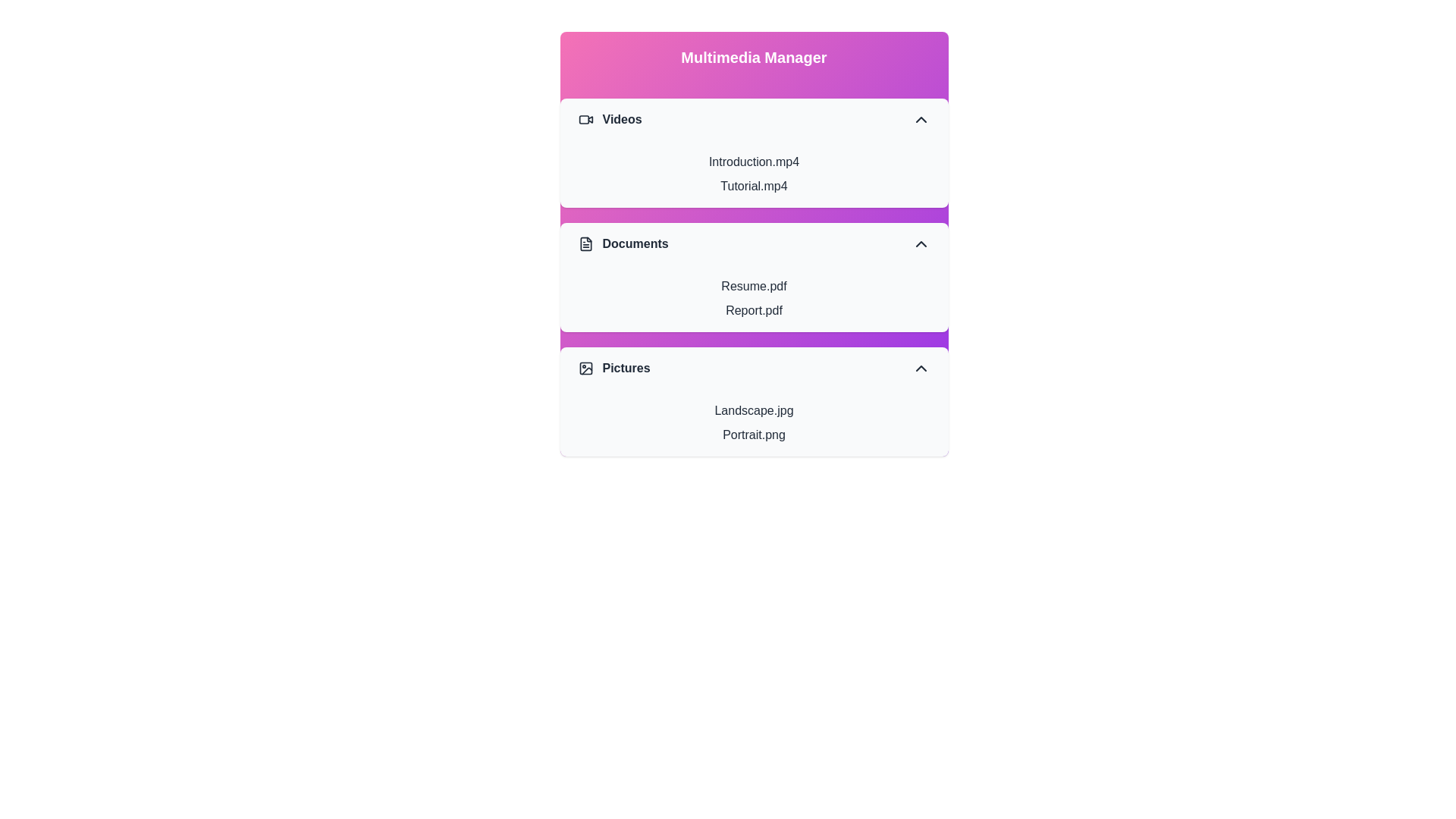 This screenshot has width=1456, height=819. I want to click on the item Landscape.jpg within the section Pictures, so click(754, 411).